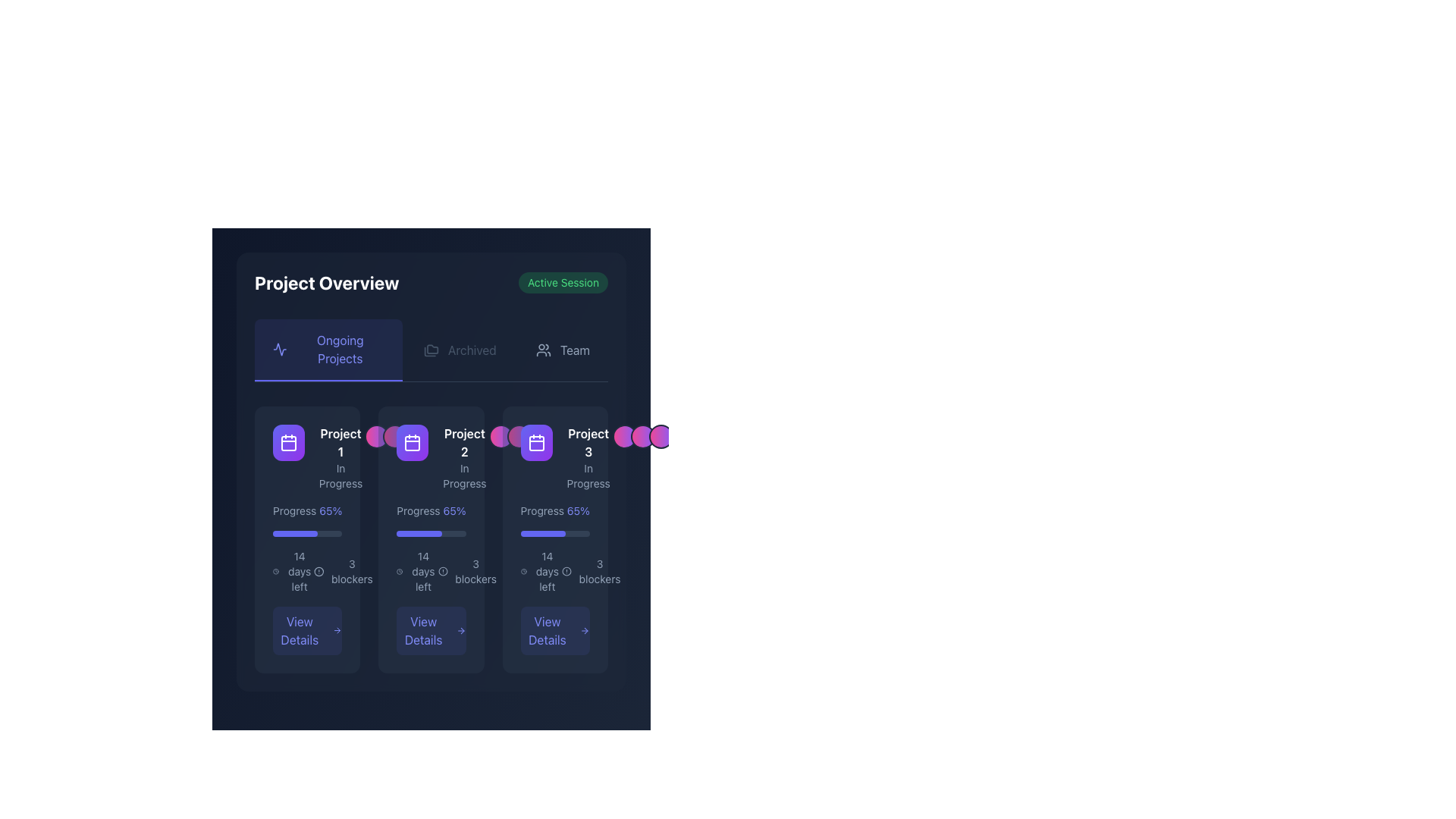  What do you see at coordinates (430, 533) in the screenshot?
I see `the progress bar with a dark slate gray background and rounded edges, which represents progress and is located within the 'Project 2' card, below the 'Progress 65%' text` at bounding box center [430, 533].